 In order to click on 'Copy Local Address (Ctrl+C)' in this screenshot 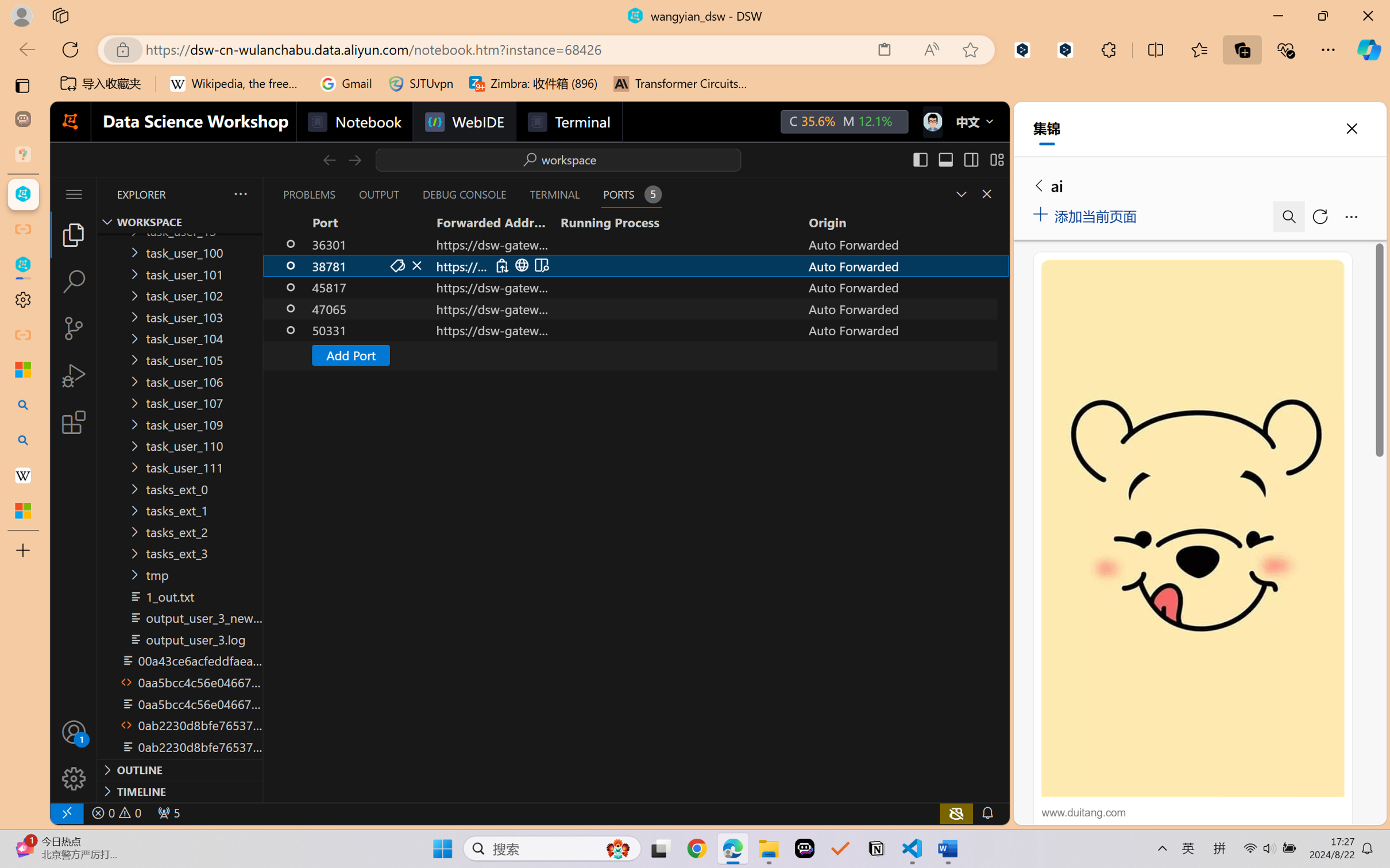, I will do `click(501, 265)`.